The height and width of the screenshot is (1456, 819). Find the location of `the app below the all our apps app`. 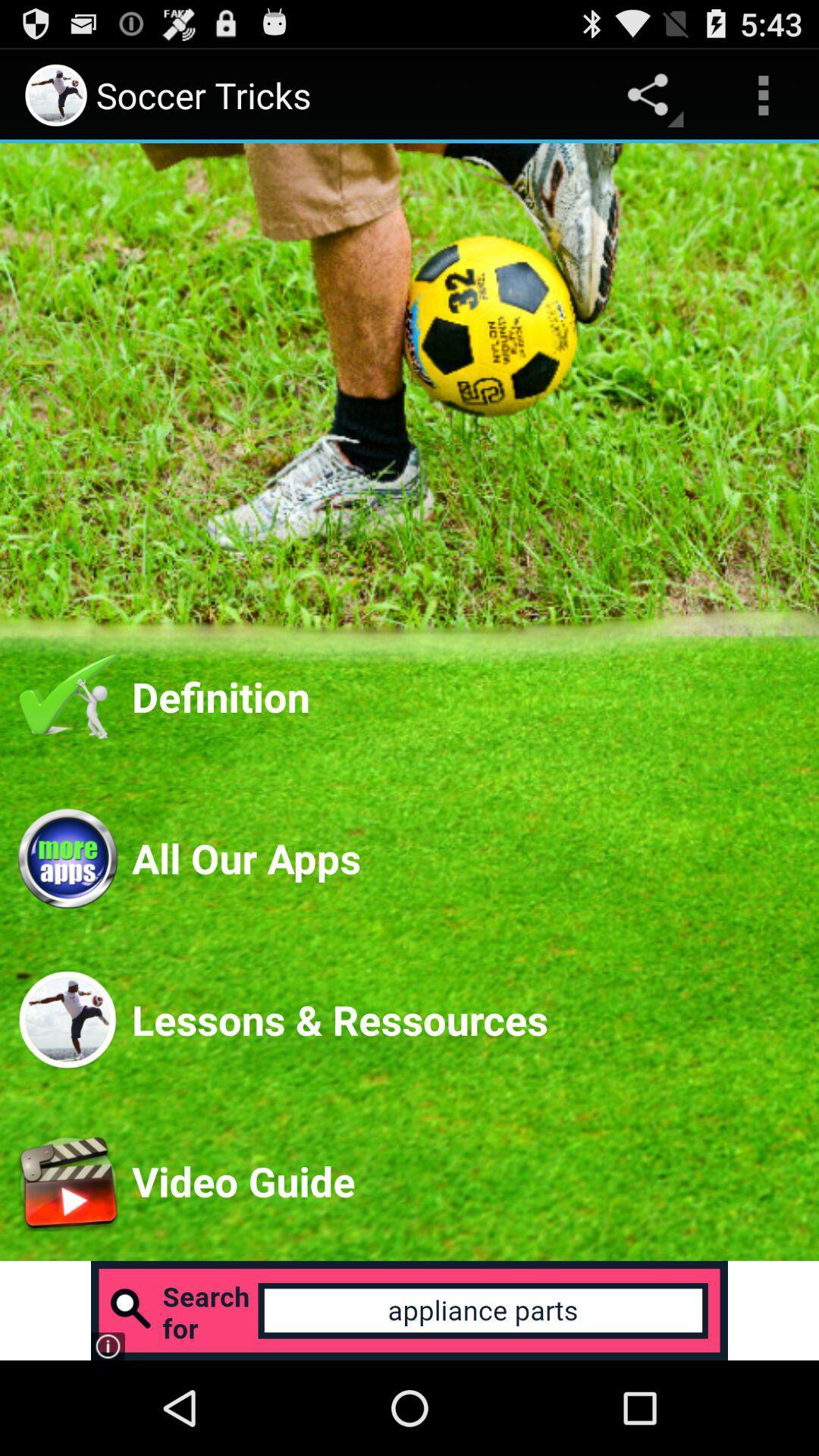

the app below the all our apps app is located at coordinates (465, 1019).